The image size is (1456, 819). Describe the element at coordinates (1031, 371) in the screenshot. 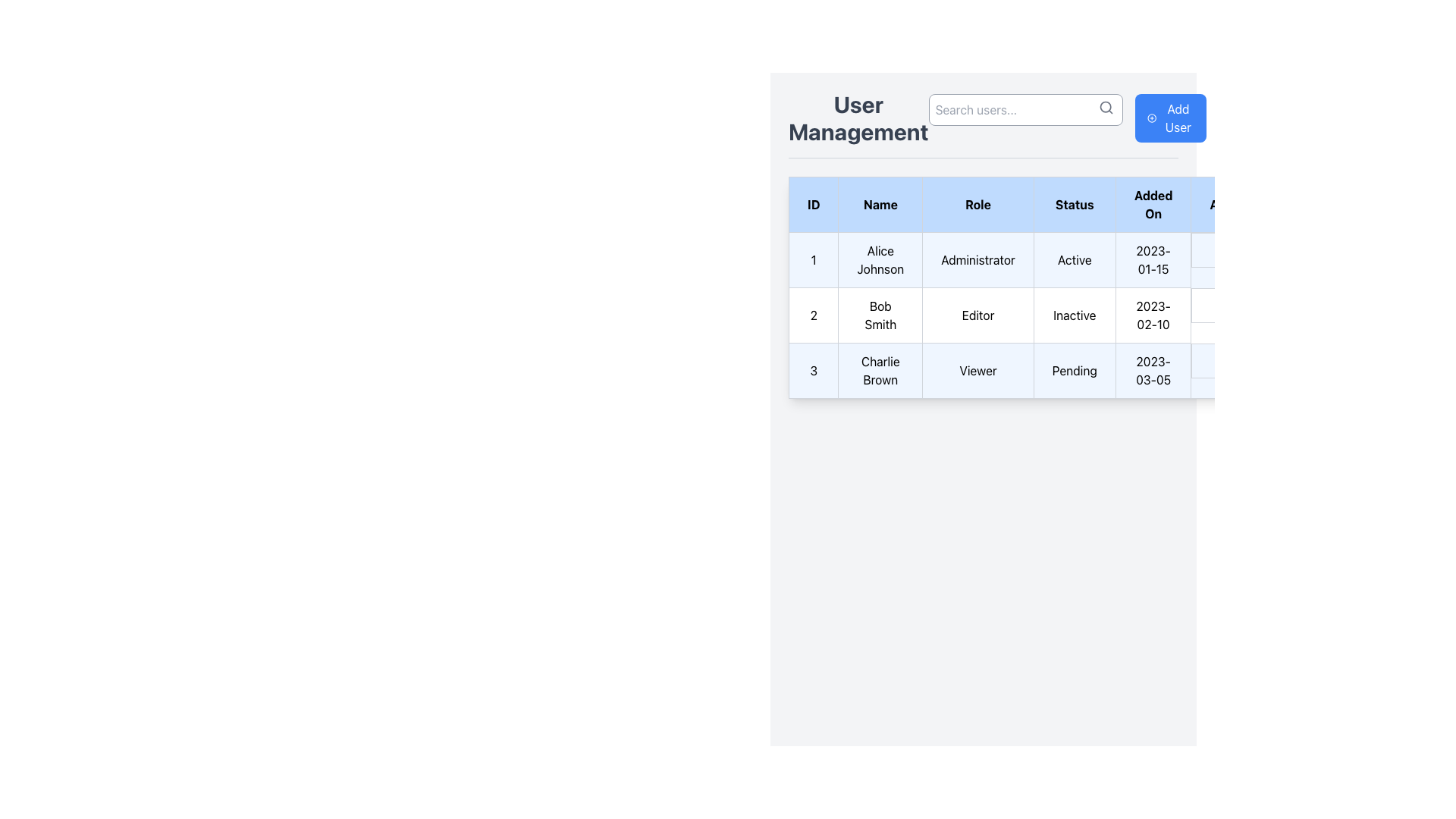

I see `the table row containing information for 'Charlie Brown', which includes ID '3', name 'Charlie Brown', role 'Viewer', status 'Pending', and date '2023-03-05'. This row is styled with a light blue background and is the third row in the table` at that location.